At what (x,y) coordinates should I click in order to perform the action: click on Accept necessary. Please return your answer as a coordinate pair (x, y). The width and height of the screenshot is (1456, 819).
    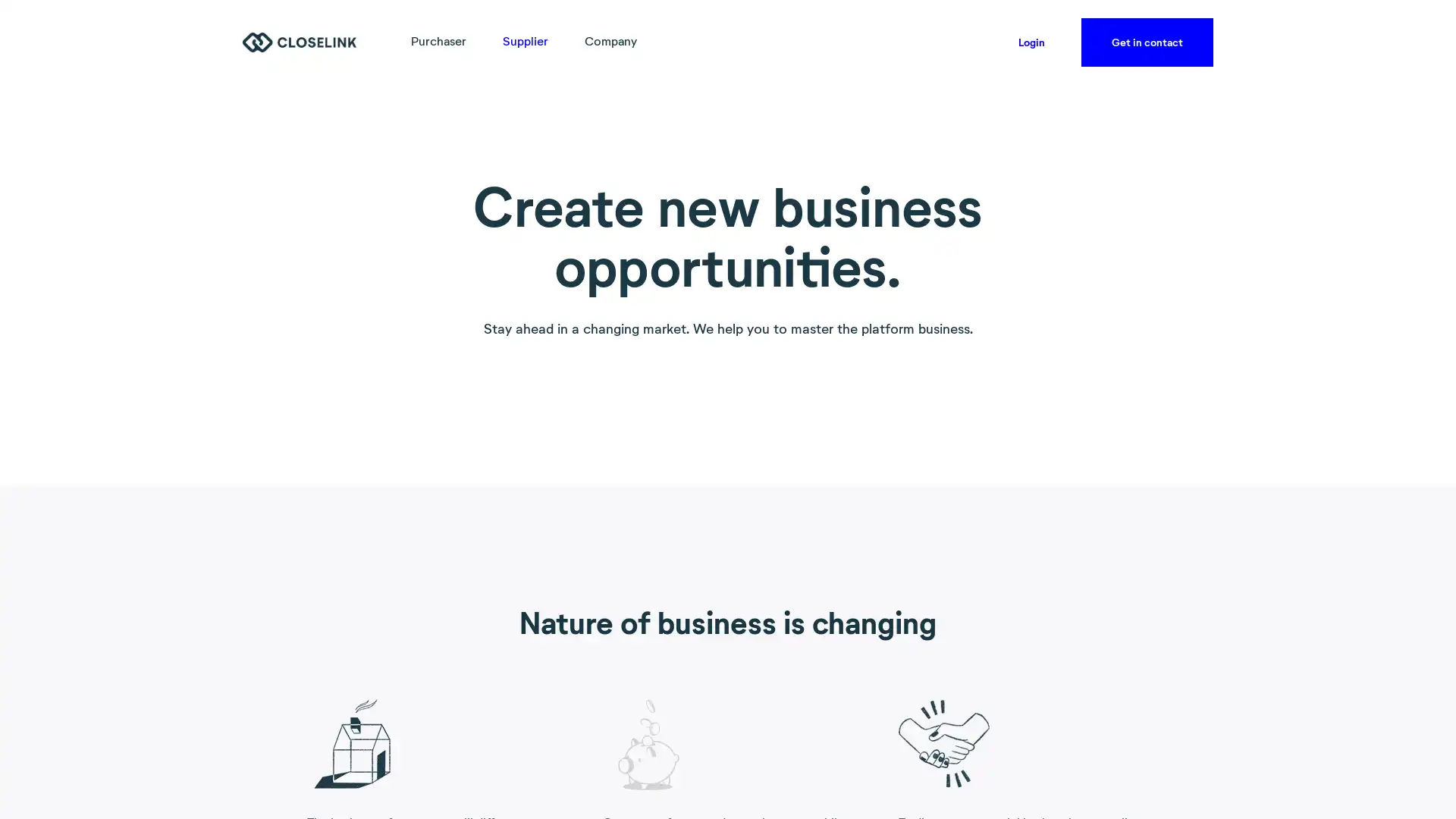
    Looking at the image, I should click on (628, 529).